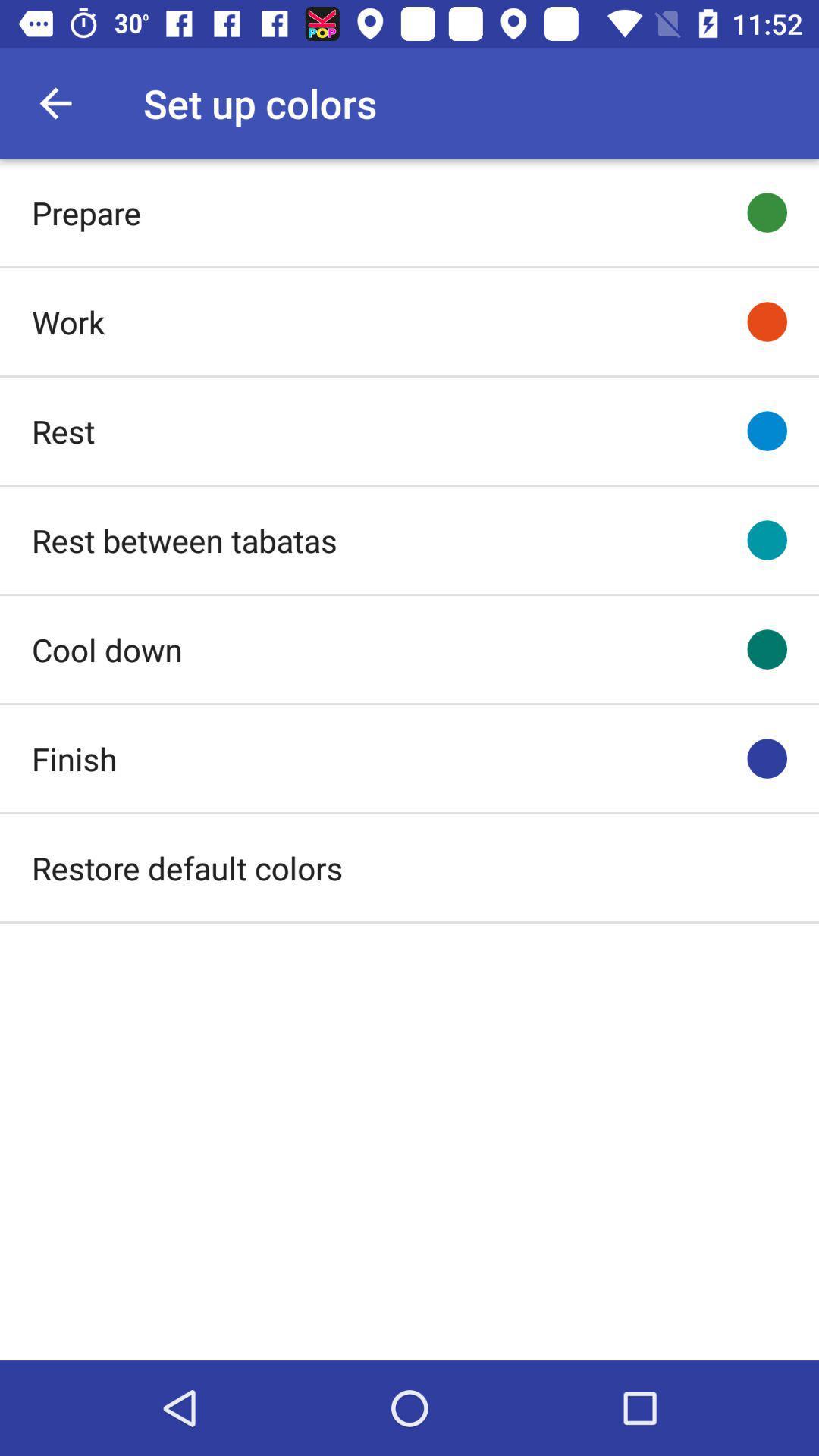 The height and width of the screenshot is (1456, 819). I want to click on the icon right to cool down, so click(767, 649).